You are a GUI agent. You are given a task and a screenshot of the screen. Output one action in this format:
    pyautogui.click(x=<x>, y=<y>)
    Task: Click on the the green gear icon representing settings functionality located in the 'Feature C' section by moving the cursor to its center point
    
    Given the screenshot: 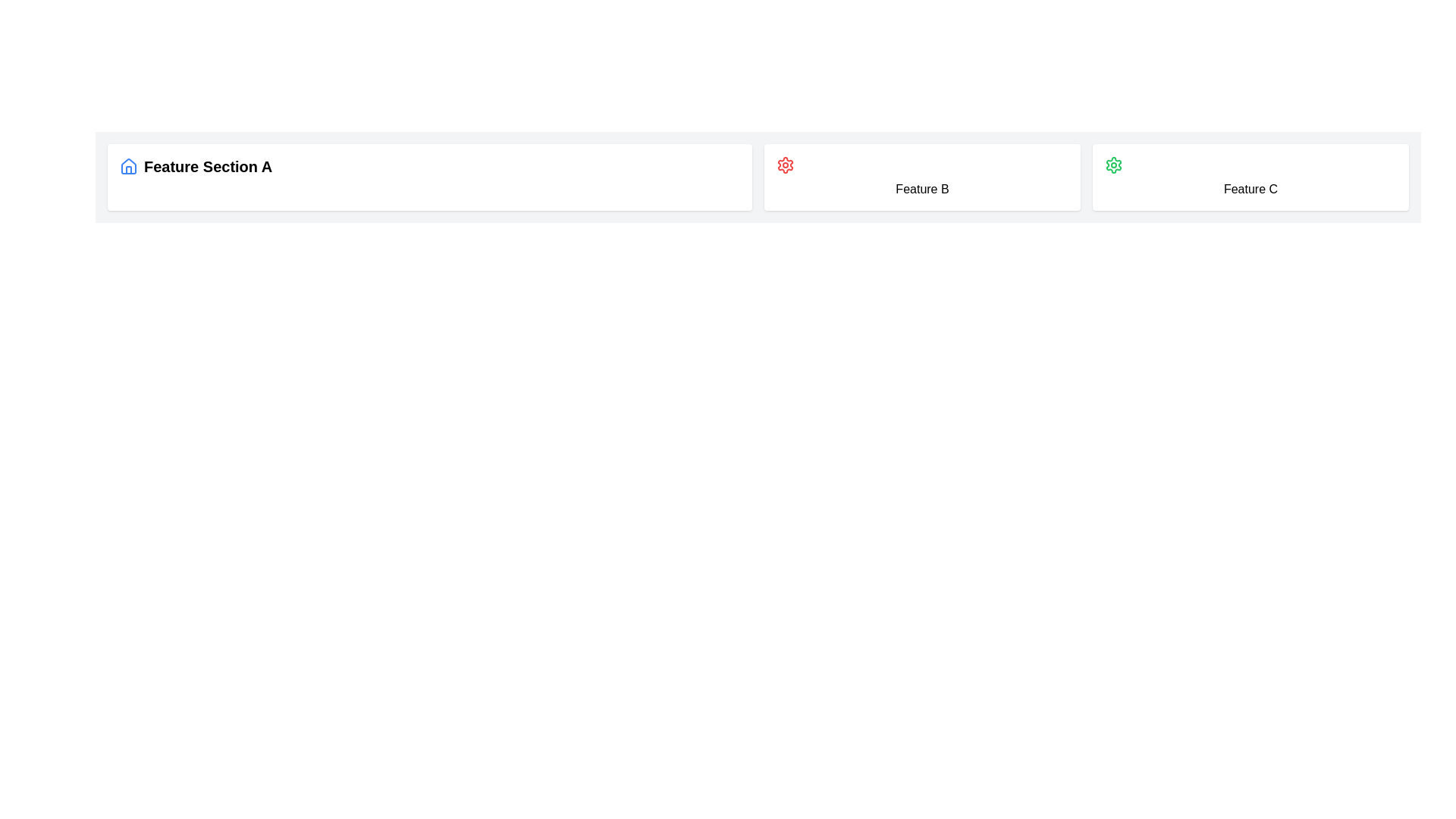 What is the action you would take?
    pyautogui.click(x=1113, y=165)
    